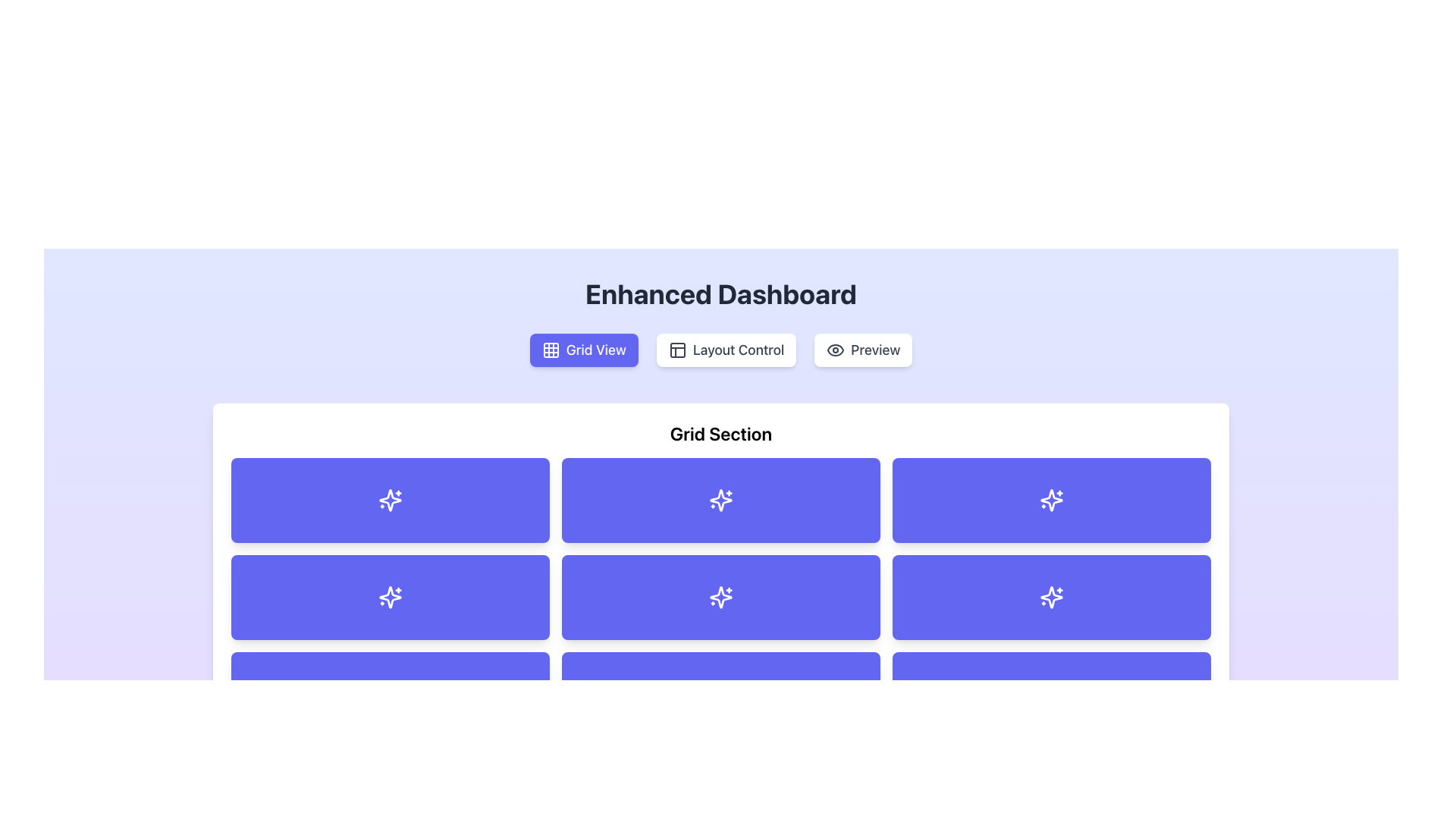 This screenshot has height=819, width=1456. What do you see at coordinates (583, 350) in the screenshot?
I see `the leftmost button below the 'Enhanced Dashboard' header` at bounding box center [583, 350].